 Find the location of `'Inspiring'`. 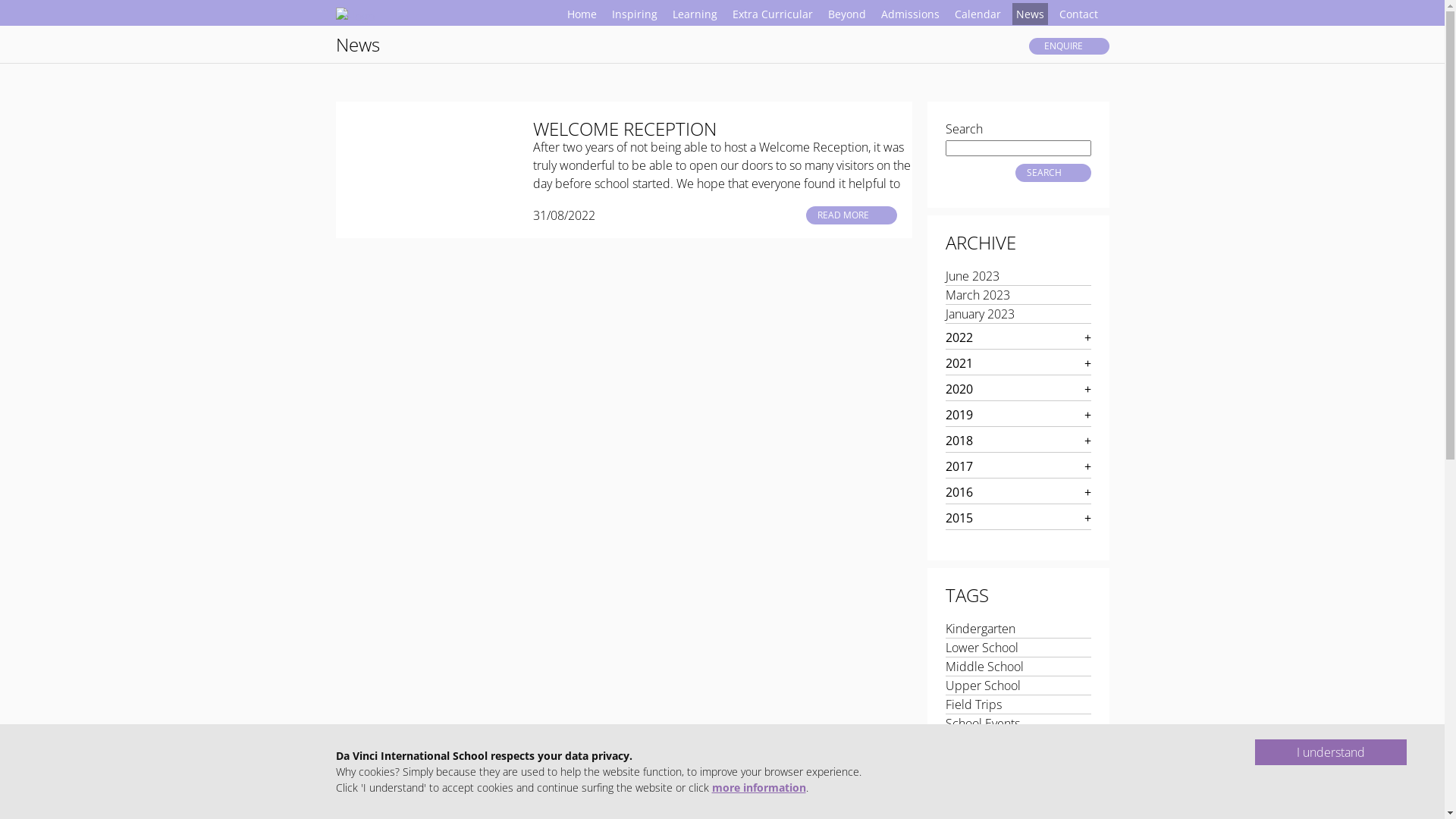

'Inspiring' is located at coordinates (634, 14).